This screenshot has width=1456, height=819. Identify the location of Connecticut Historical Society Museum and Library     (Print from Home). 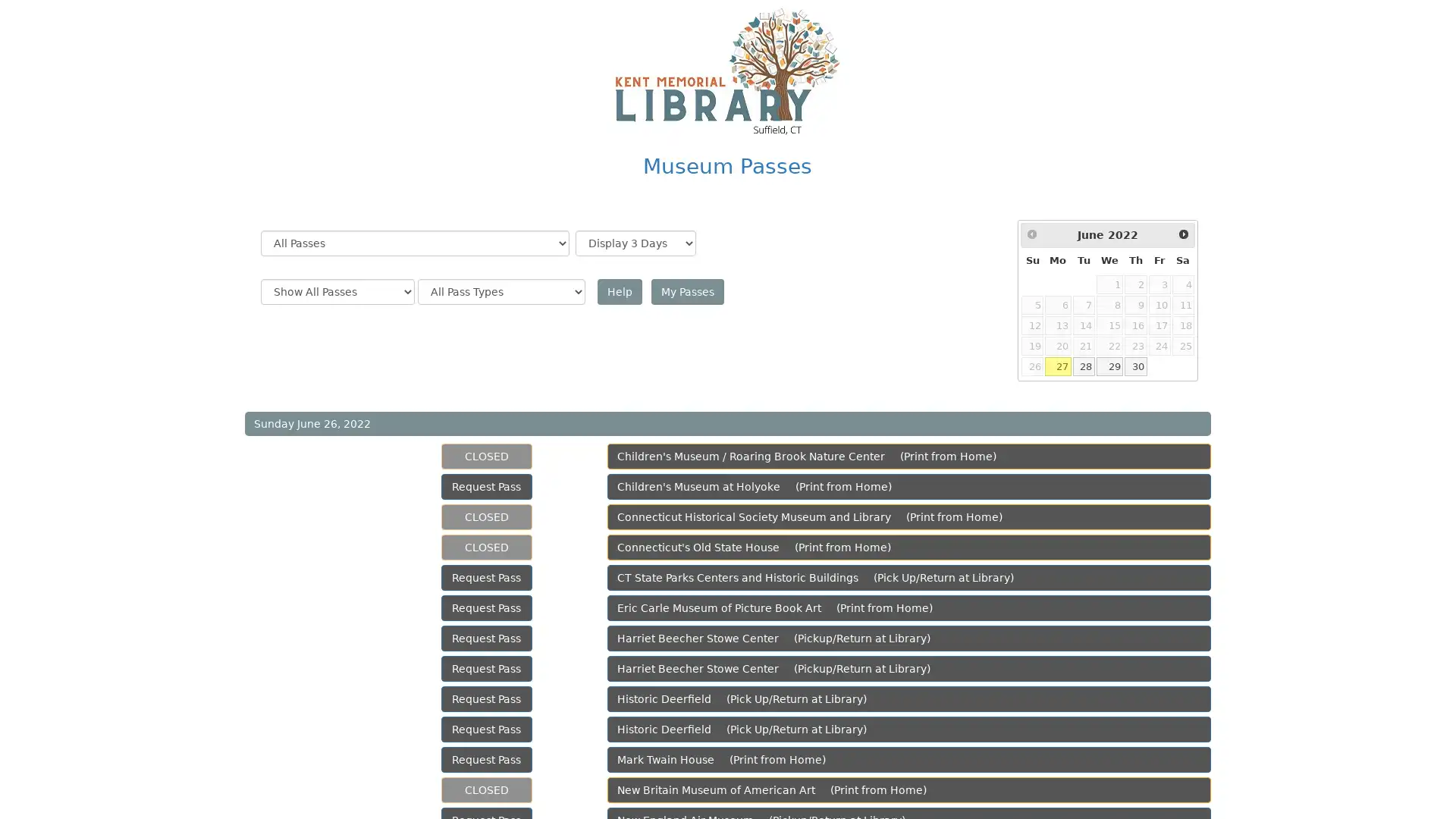
(908, 516).